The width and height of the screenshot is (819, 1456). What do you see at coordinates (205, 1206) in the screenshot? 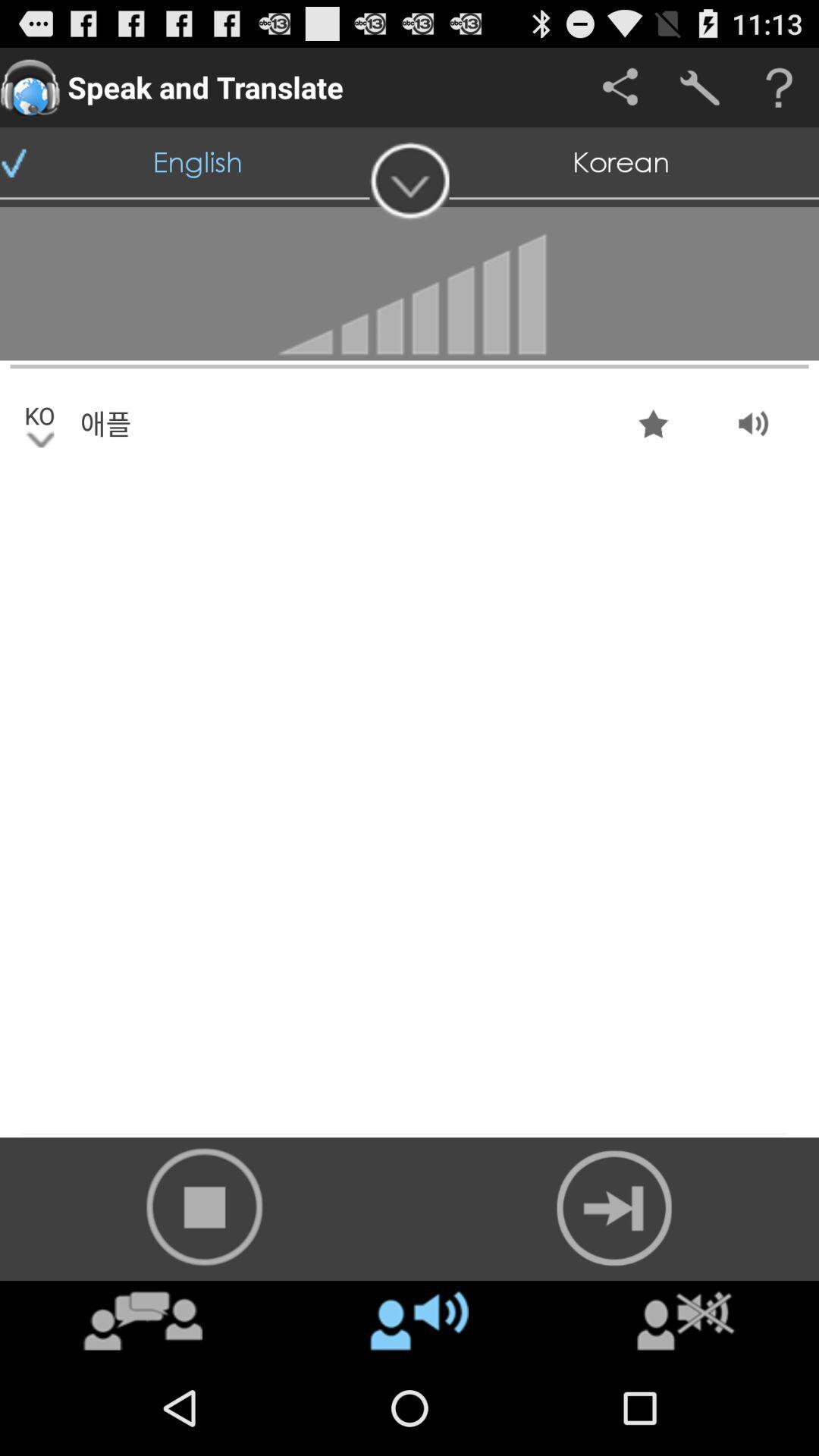
I see `stop audio` at bounding box center [205, 1206].